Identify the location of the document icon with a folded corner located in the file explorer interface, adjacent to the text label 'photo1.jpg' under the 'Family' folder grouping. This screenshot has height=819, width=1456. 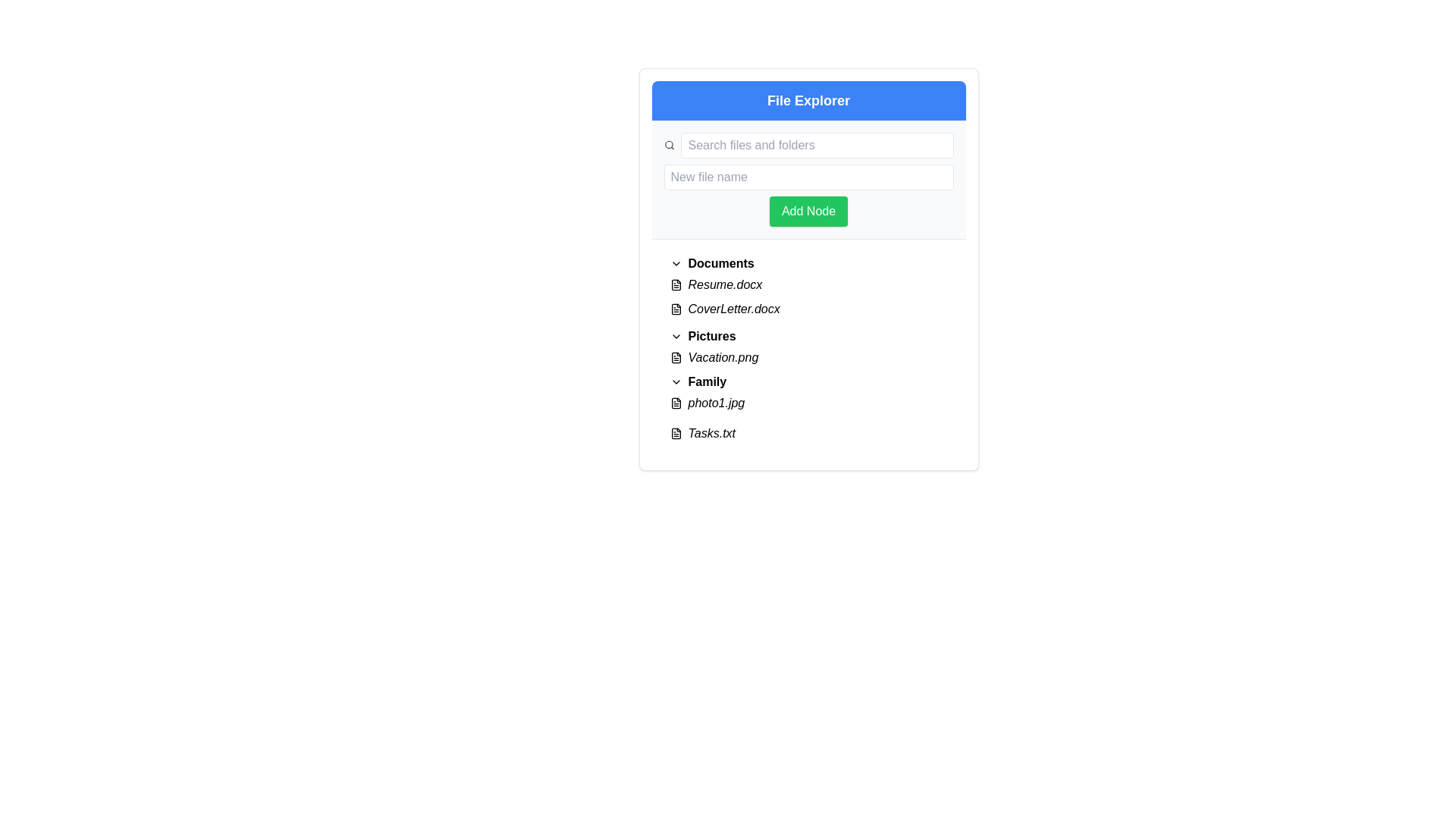
(675, 403).